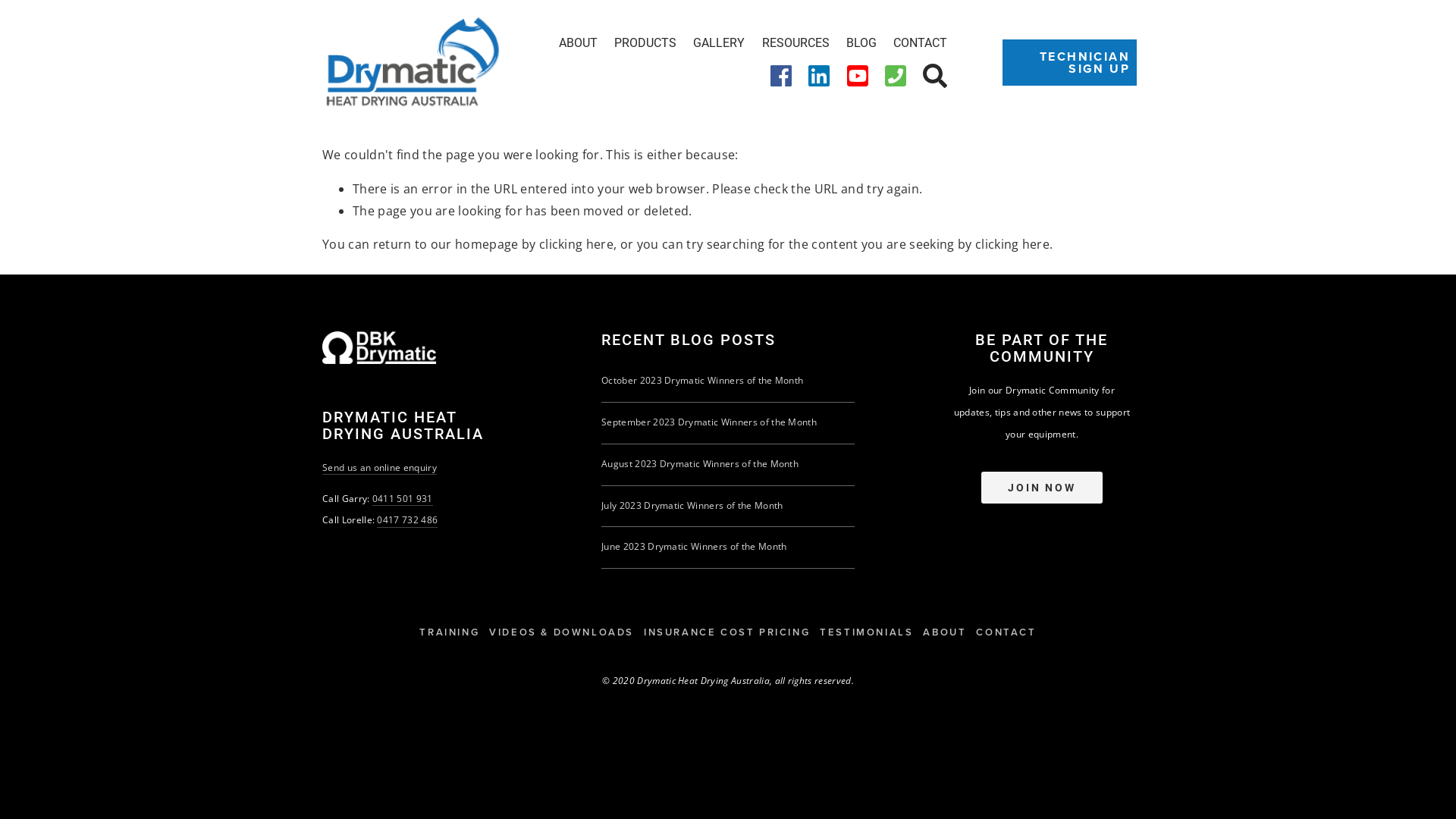 This screenshot has height=819, width=1456. I want to click on 'Send us an online enquiry', so click(379, 467).